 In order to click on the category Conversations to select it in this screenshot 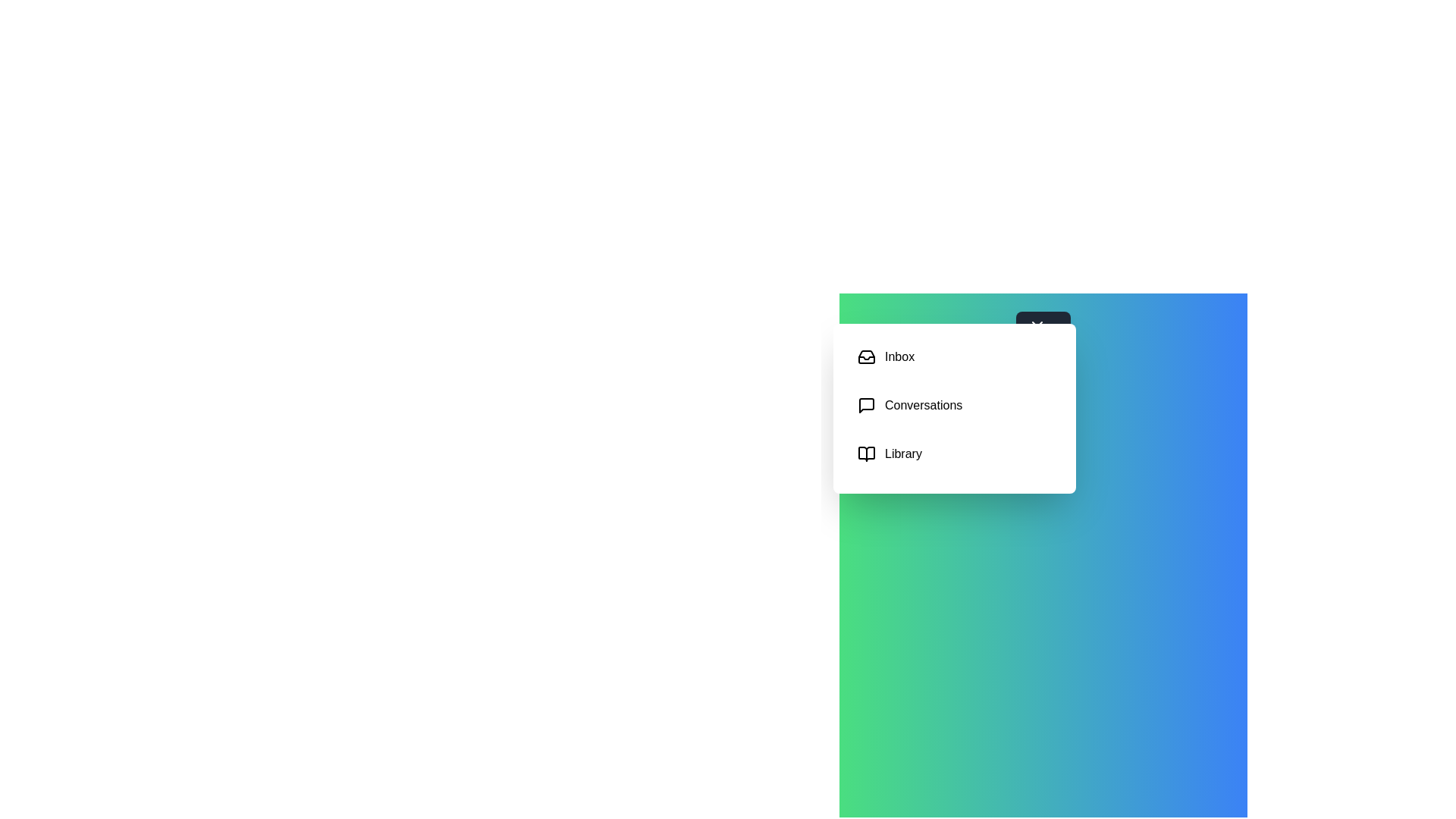, I will do `click(953, 405)`.